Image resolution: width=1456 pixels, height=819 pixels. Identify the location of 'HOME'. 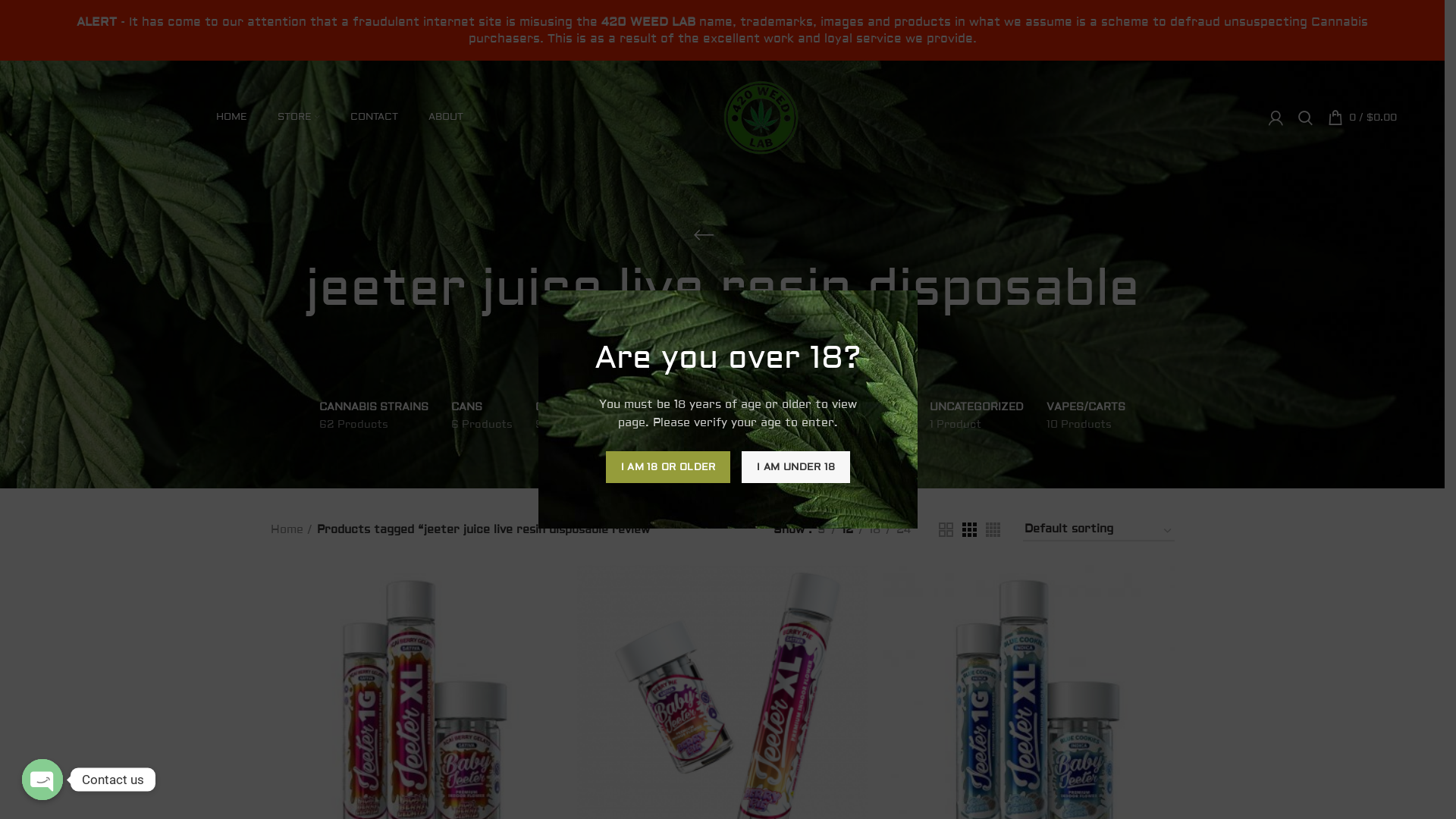
(231, 116).